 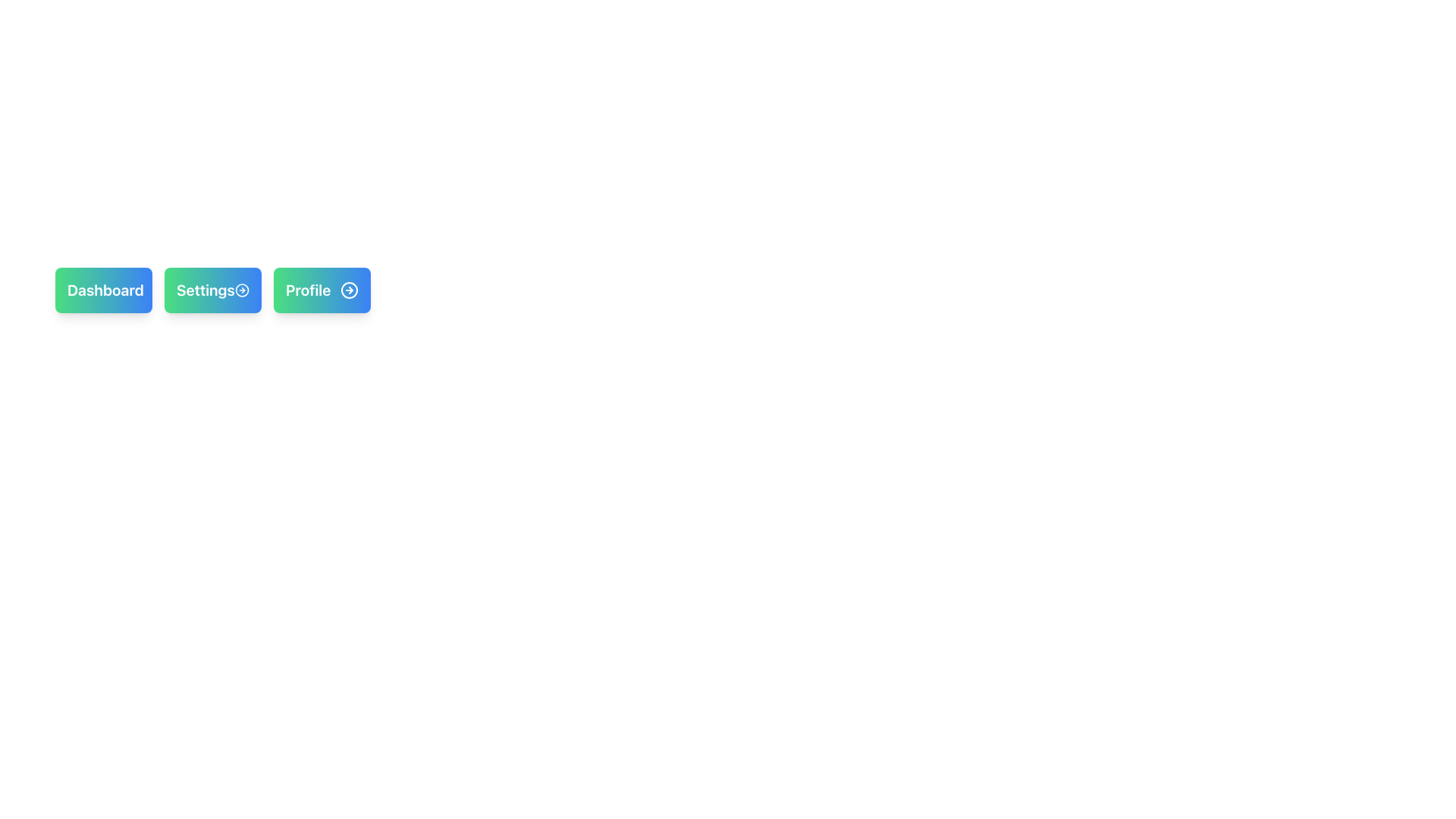 What do you see at coordinates (212, 290) in the screenshot?
I see `the 'Settings' button, which has a gradient background and contains bold white text and a circular arrow icon` at bounding box center [212, 290].